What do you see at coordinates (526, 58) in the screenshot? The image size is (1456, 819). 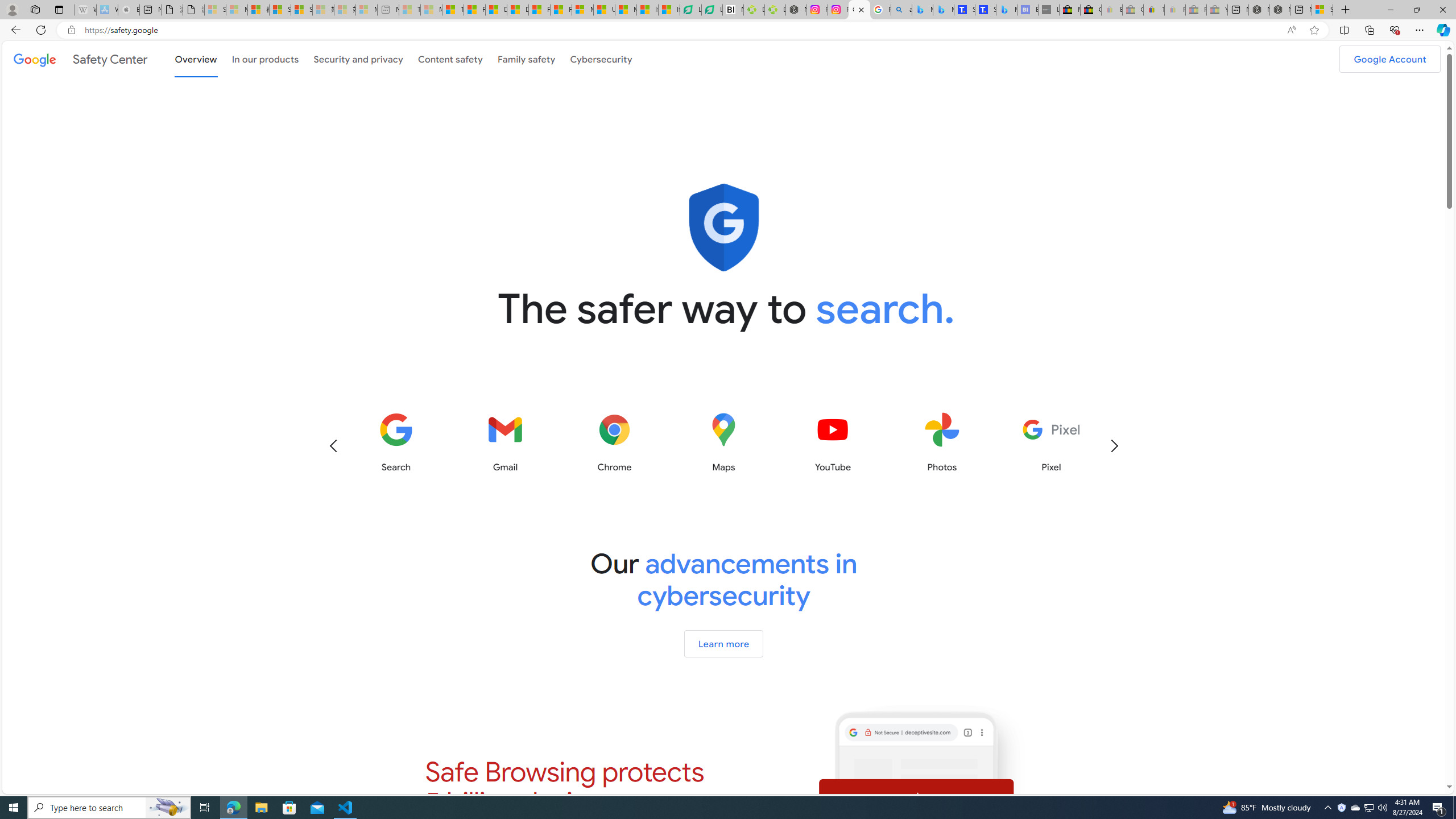 I see `'Family safety'` at bounding box center [526, 58].